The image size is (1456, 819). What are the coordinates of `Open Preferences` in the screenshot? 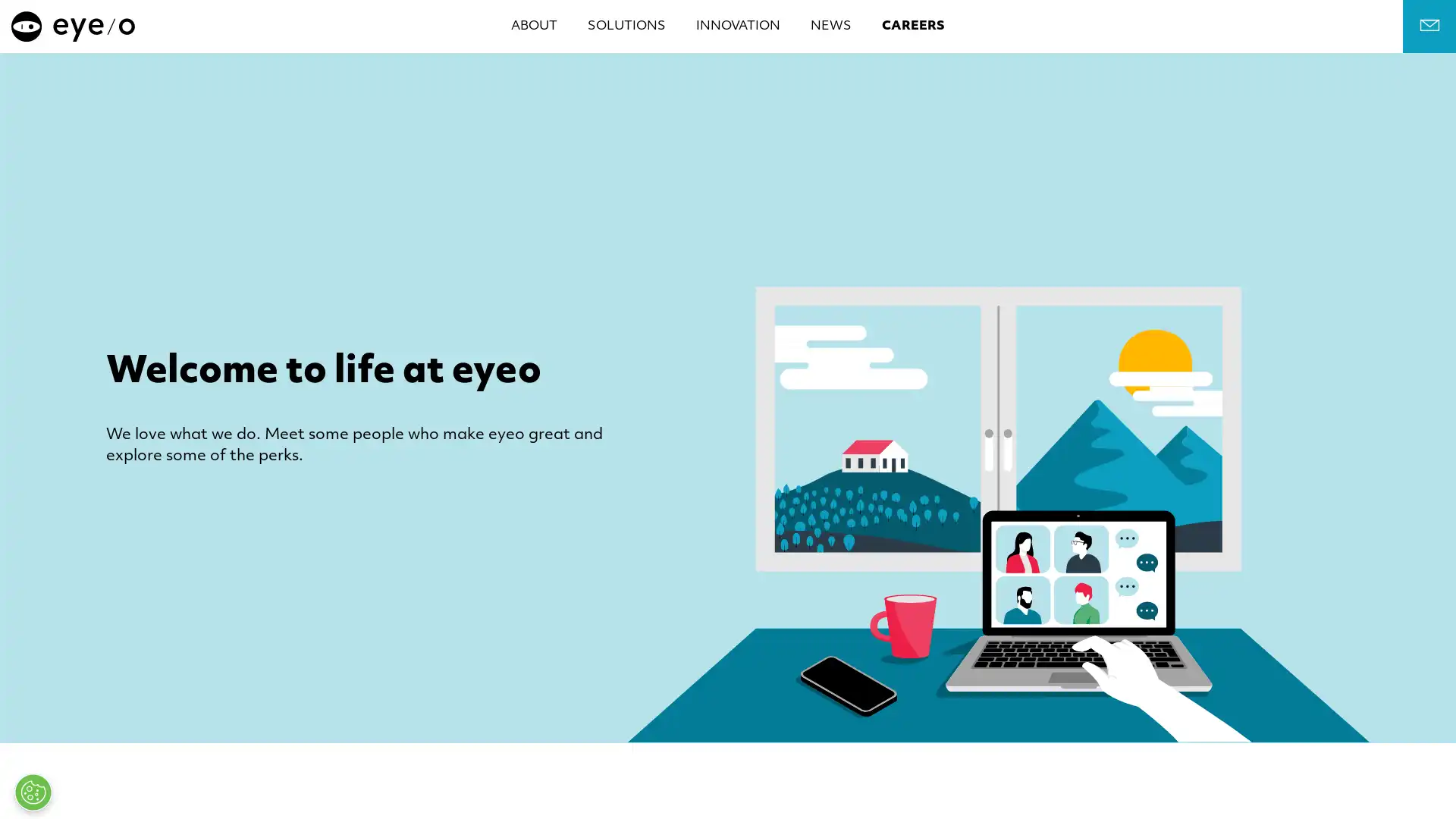 It's located at (33, 792).